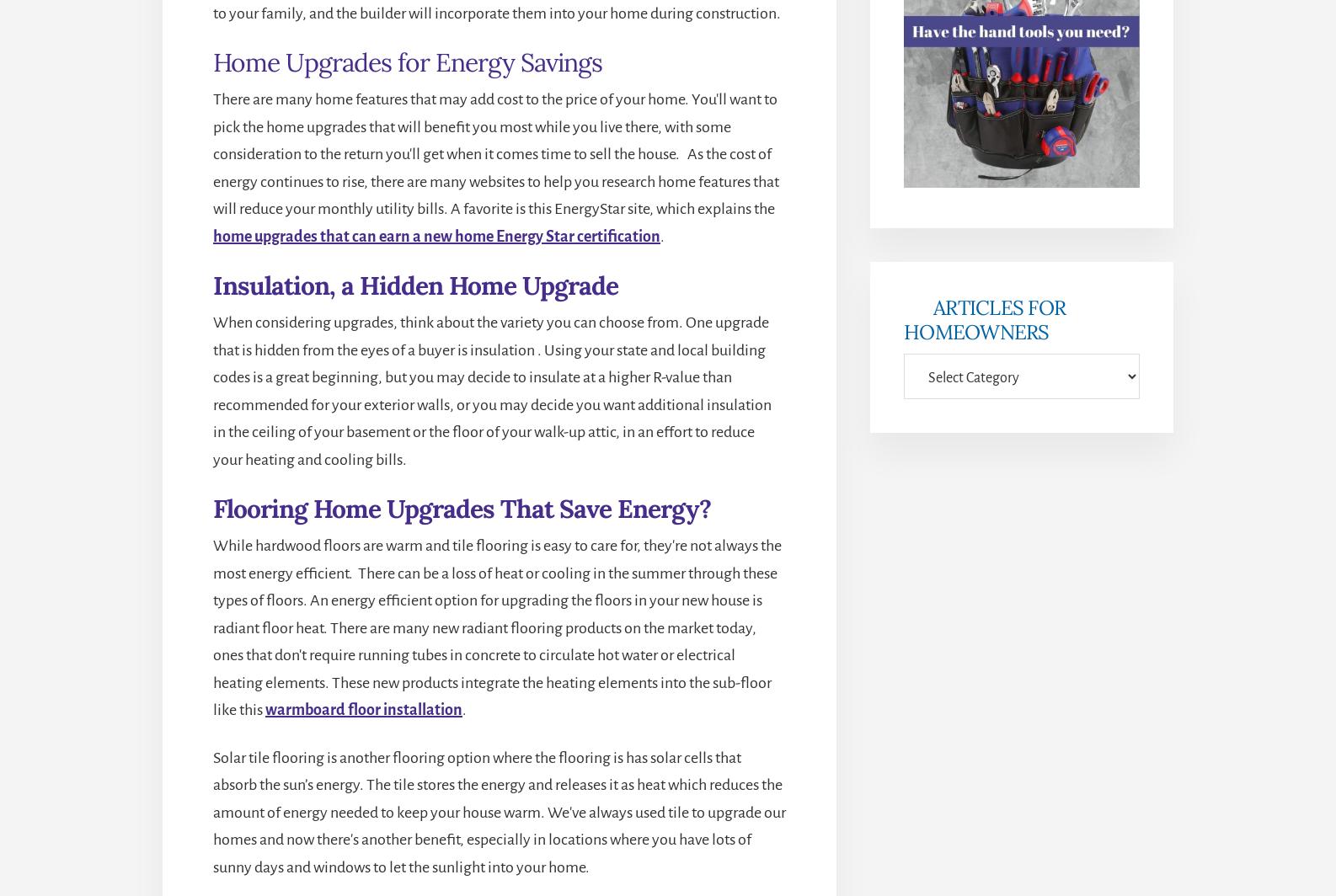 Image resolution: width=1336 pixels, height=896 pixels. I want to click on 'Disclosure', so click(560, 701).